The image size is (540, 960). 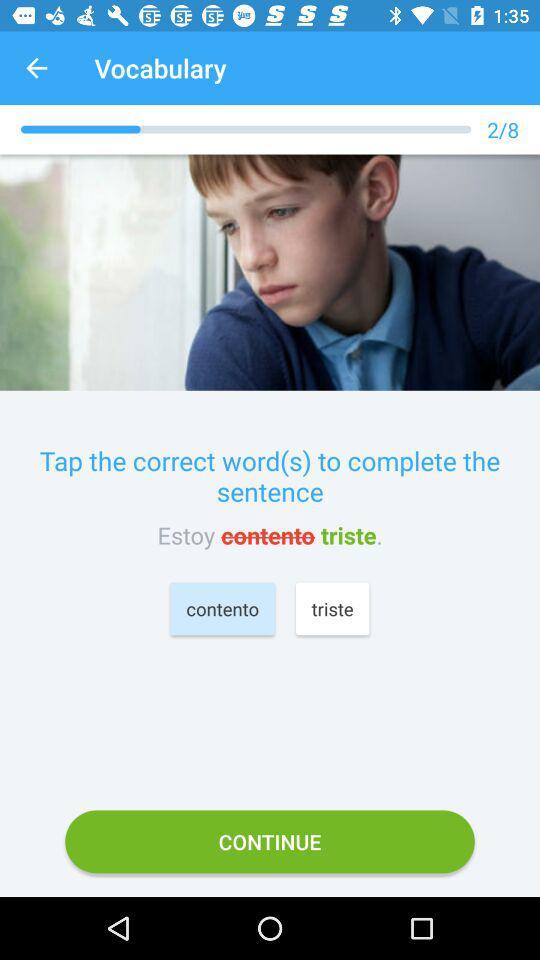 What do you see at coordinates (36, 68) in the screenshot?
I see `the icon next to the vocabulary app` at bounding box center [36, 68].